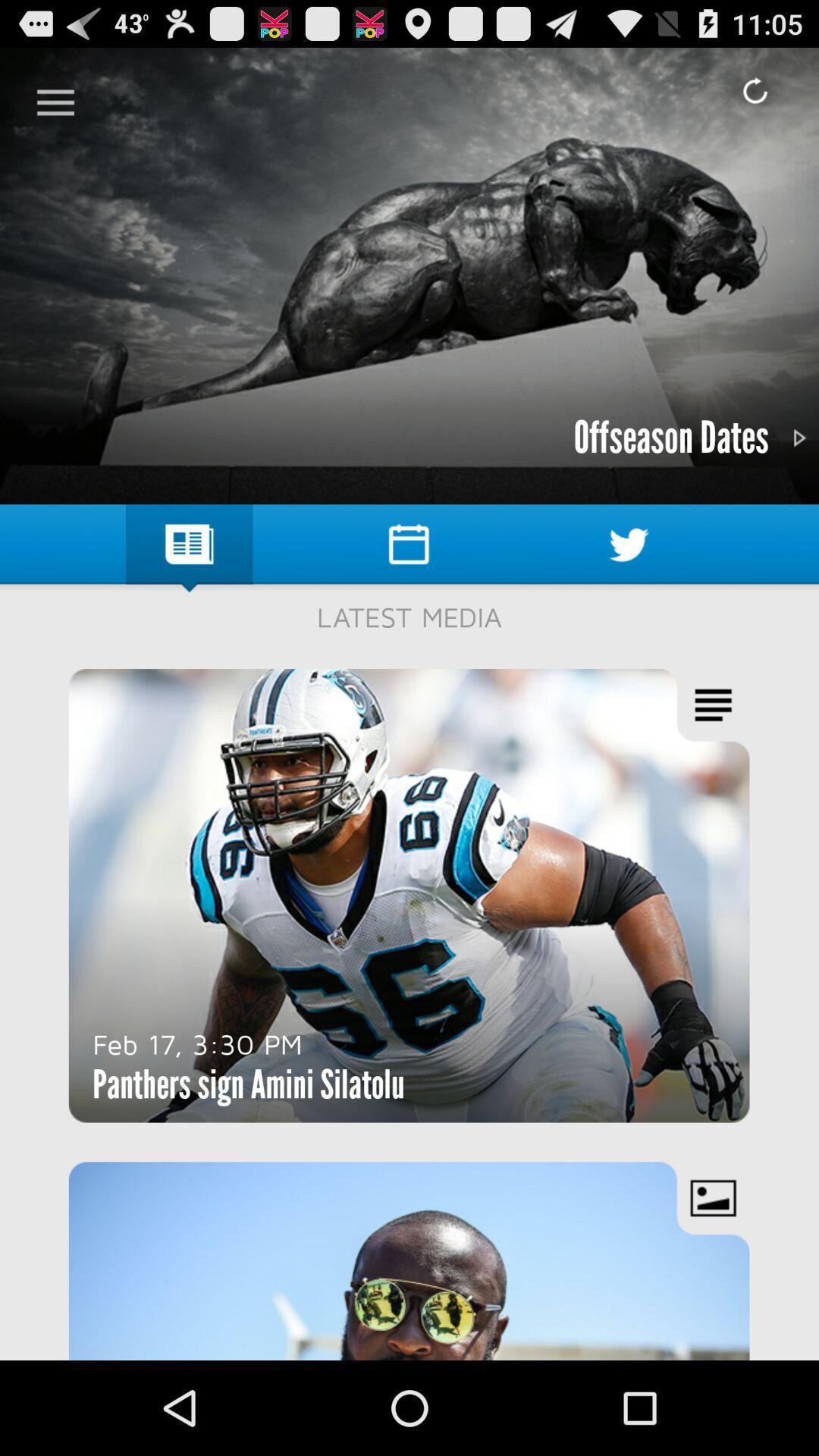 The height and width of the screenshot is (1456, 819). What do you see at coordinates (755, 90) in the screenshot?
I see `the refresh icon` at bounding box center [755, 90].